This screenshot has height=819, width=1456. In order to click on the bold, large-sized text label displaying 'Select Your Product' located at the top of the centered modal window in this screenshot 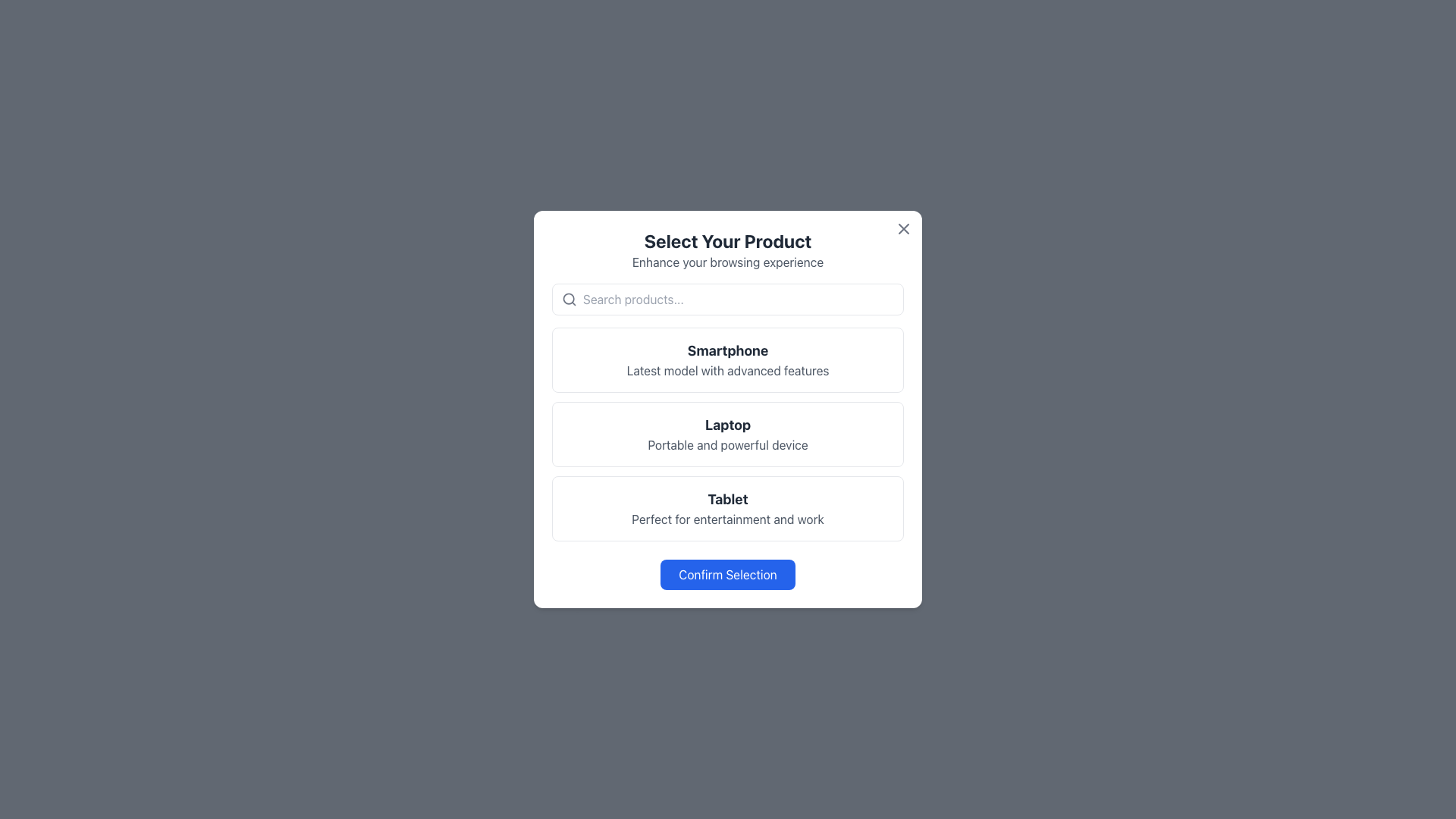, I will do `click(728, 240)`.